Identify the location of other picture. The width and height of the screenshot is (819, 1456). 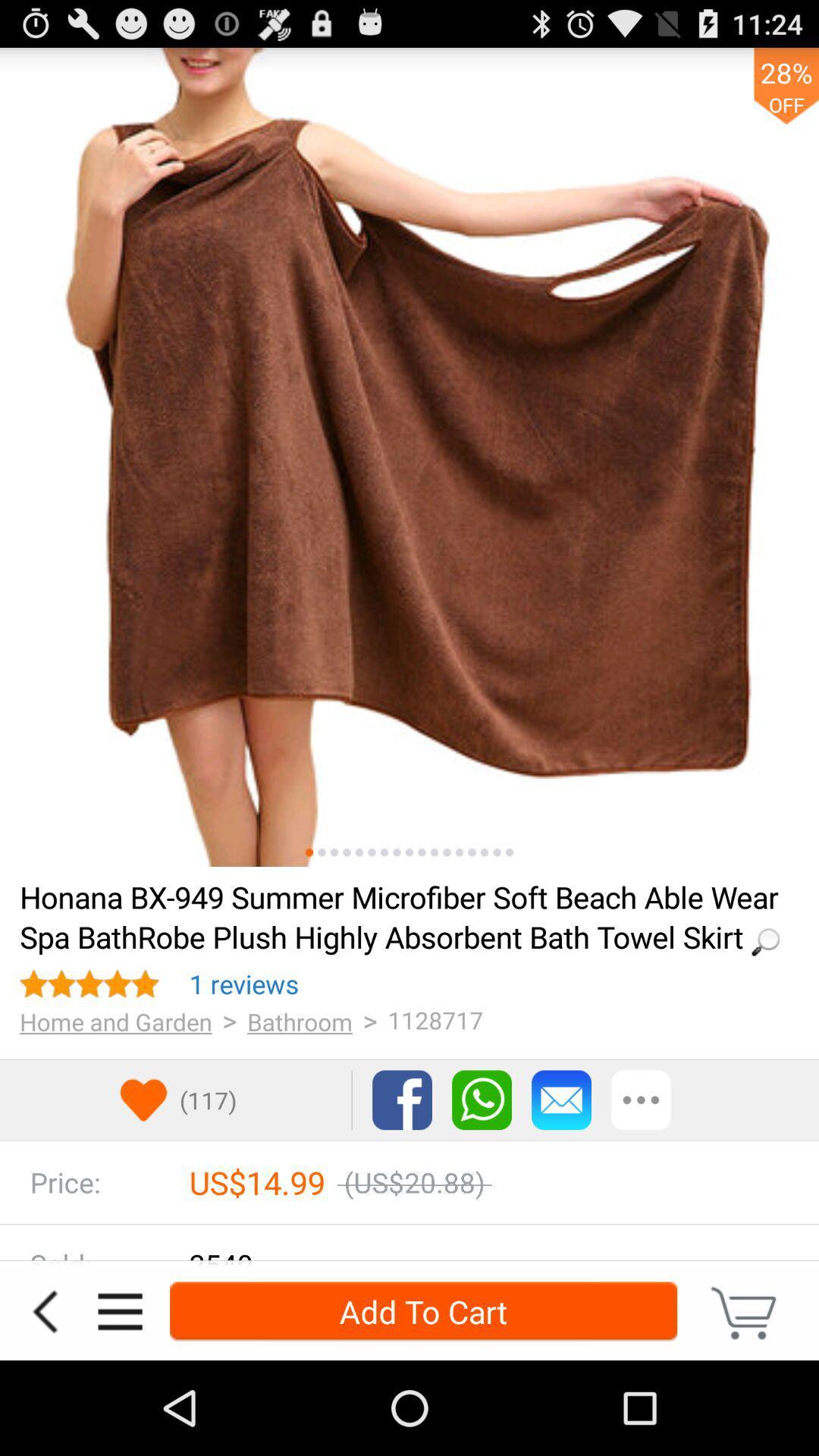
(321, 852).